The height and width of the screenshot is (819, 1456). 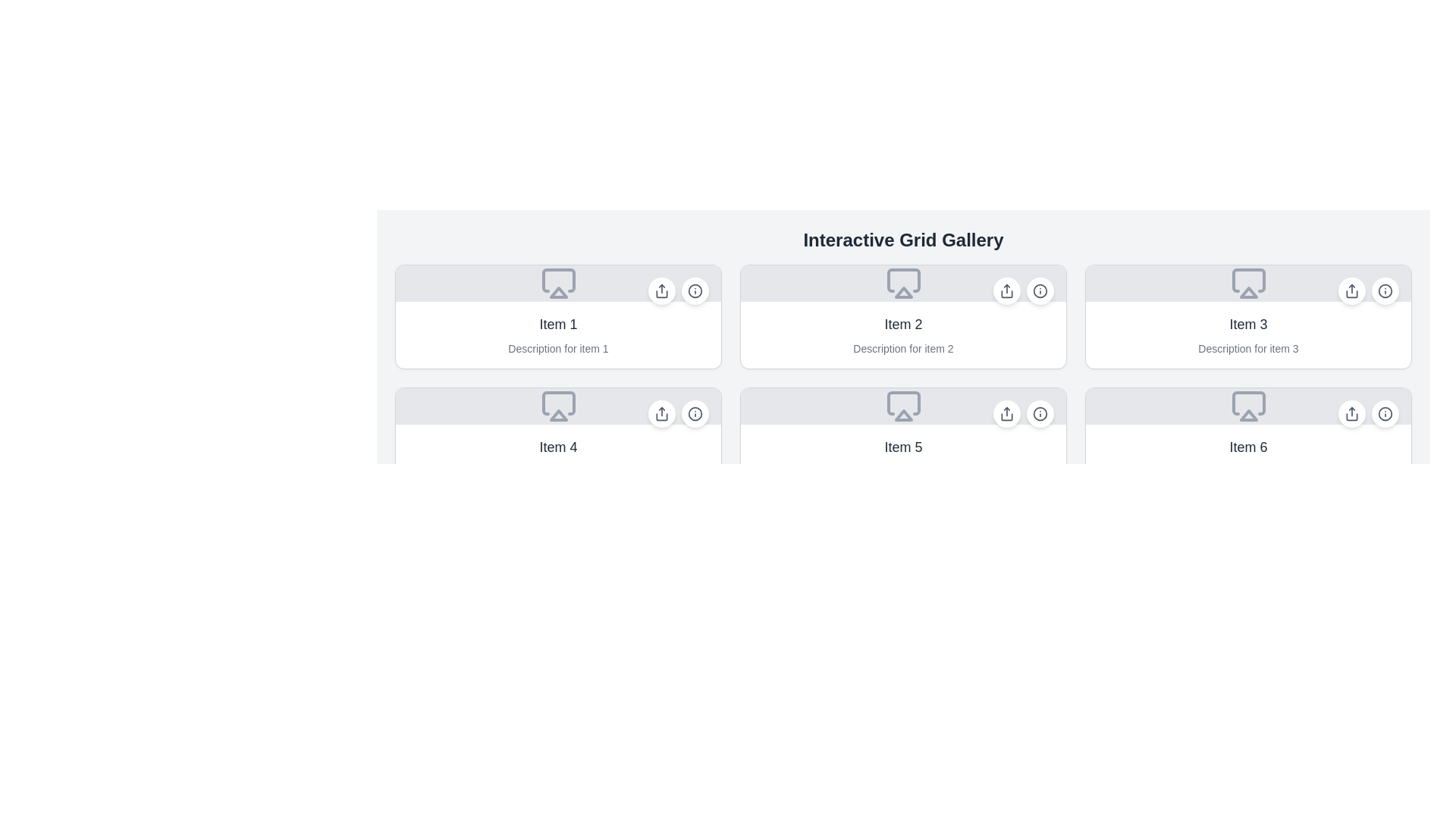 I want to click on the overlay positioned over the third item in the upper row of the grid layout, which overlays the content including the title 'Item 3' and the description 'Description for item 3', so click(x=1248, y=315).